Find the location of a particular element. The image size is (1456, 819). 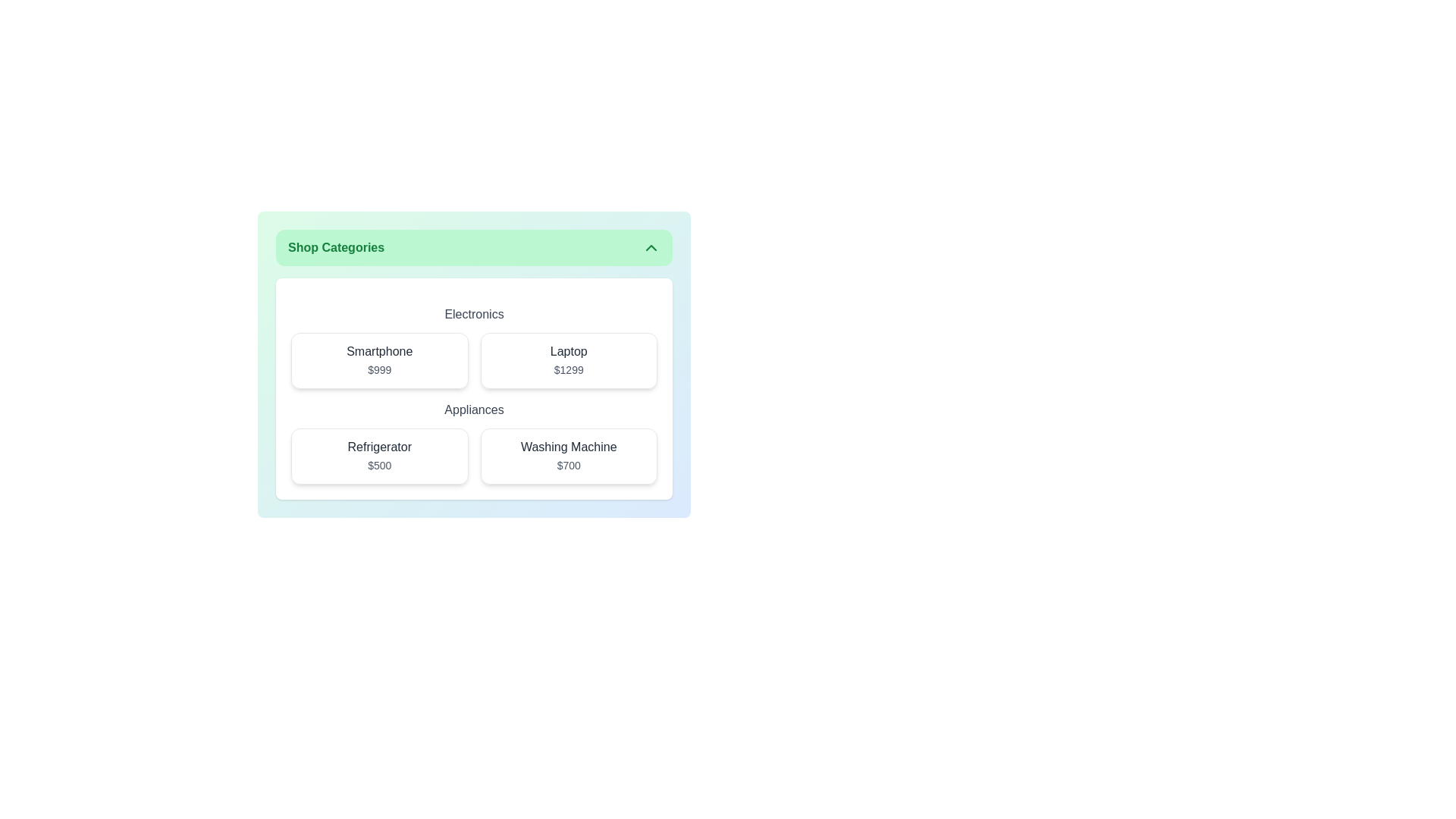

the text label displaying 'Appliances', which is styled in medium gray font and positioned below the 'Electronics' section is located at coordinates (473, 409).